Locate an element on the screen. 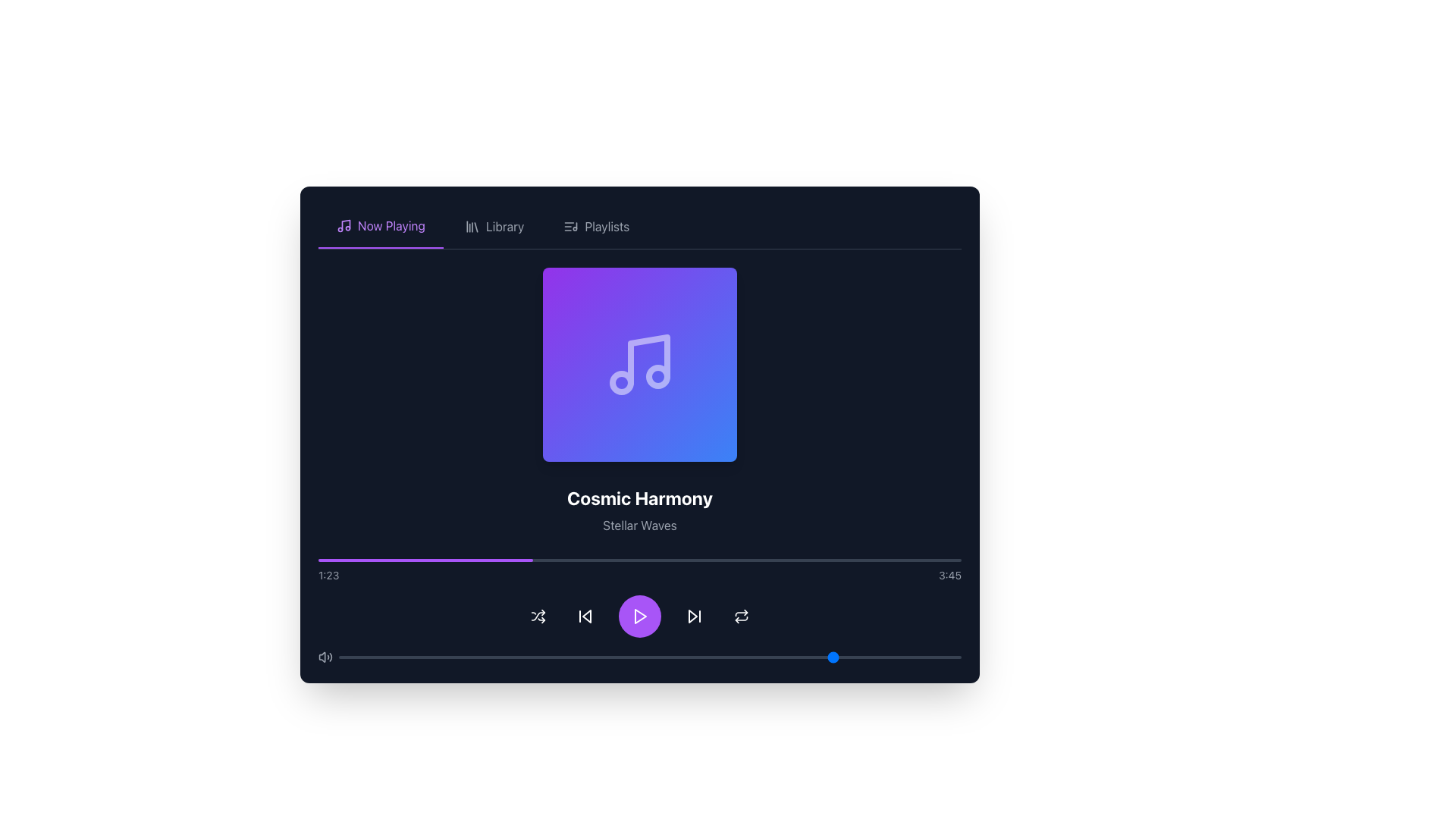  the 'skip forward' button located to the right of the central play button in the media player controls is located at coordinates (692, 617).